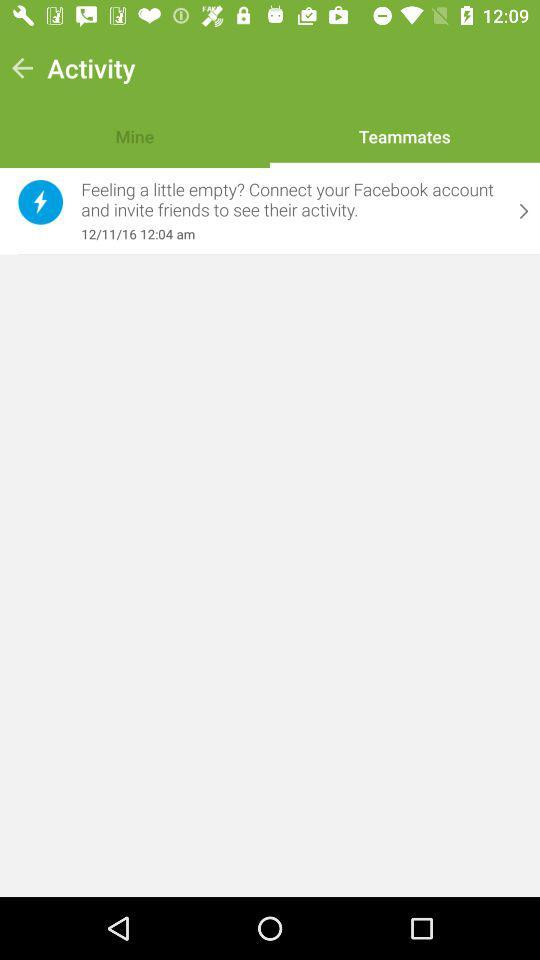 The image size is (540, 960). I want to click on 12 11 16 icon, so click(290, 234).